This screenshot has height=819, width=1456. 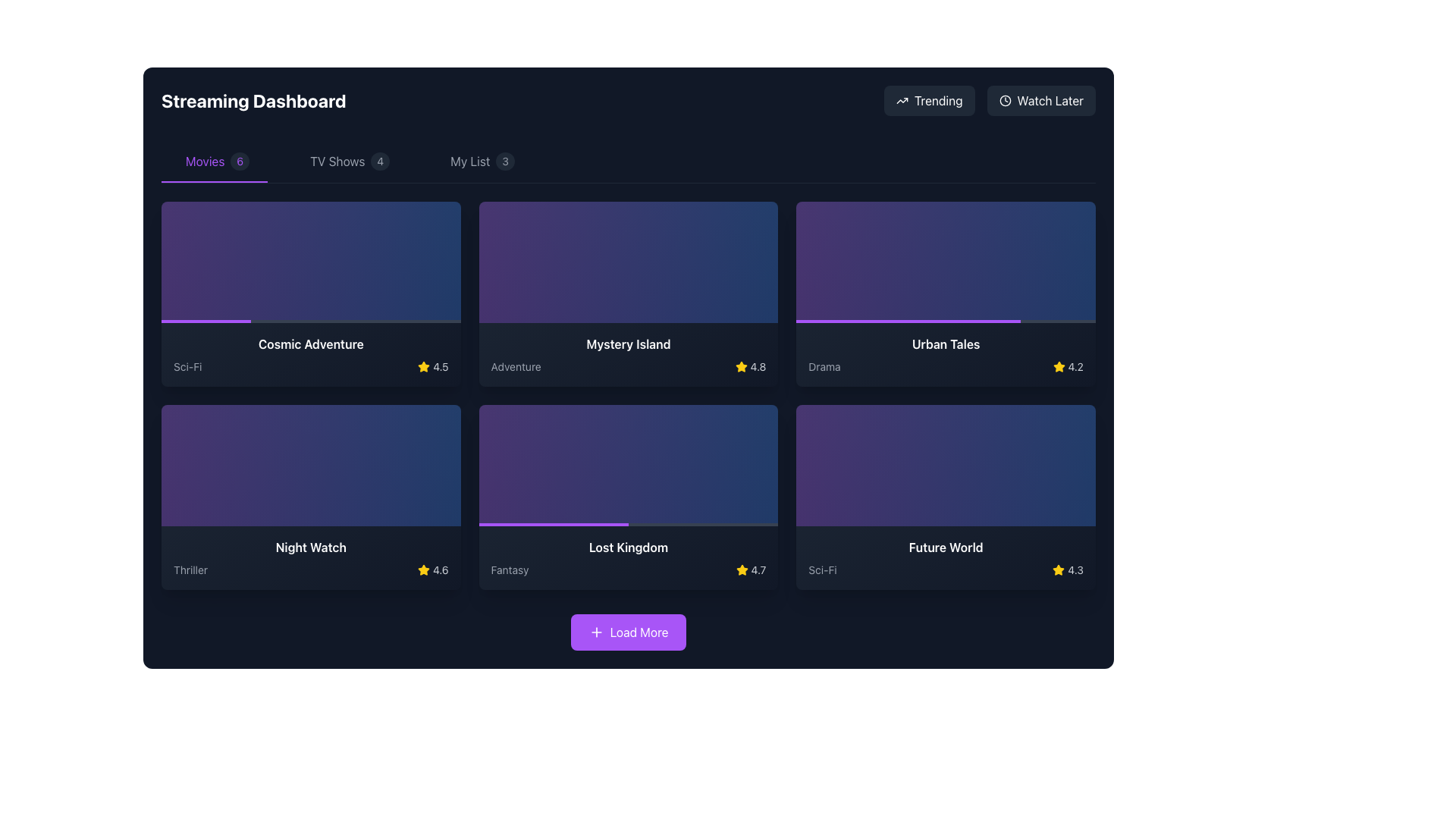 I want to click on the text label displaying 'Sci-Fi', which is styled with a small font size and gray color, located in the lower section of the 'Cosmic Adventure' movie tile, so click(x=187, y=366).